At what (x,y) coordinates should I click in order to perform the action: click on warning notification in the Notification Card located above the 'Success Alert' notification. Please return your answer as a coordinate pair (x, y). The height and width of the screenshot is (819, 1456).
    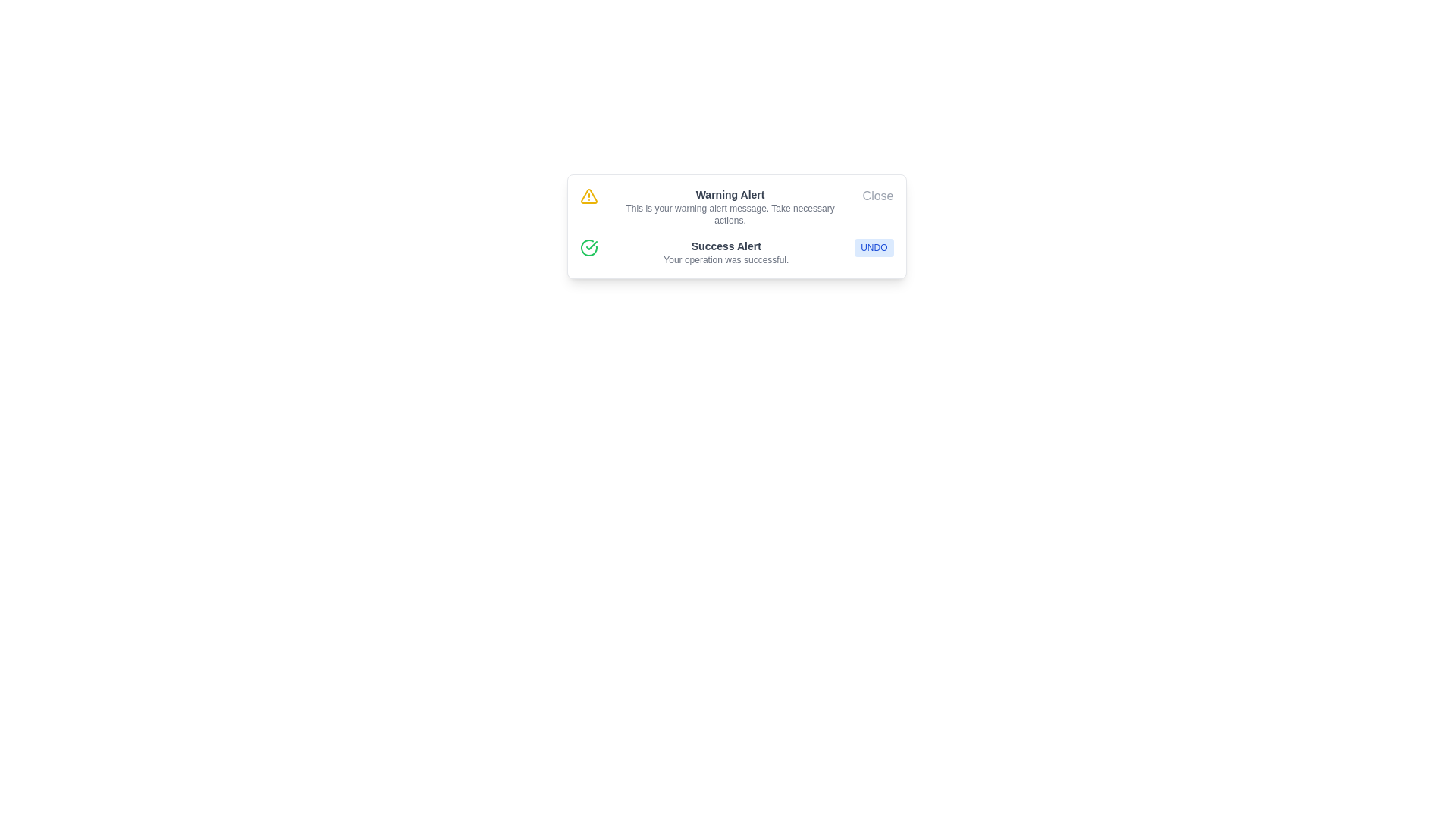
    Looking at the image, I should click on (736, 207).